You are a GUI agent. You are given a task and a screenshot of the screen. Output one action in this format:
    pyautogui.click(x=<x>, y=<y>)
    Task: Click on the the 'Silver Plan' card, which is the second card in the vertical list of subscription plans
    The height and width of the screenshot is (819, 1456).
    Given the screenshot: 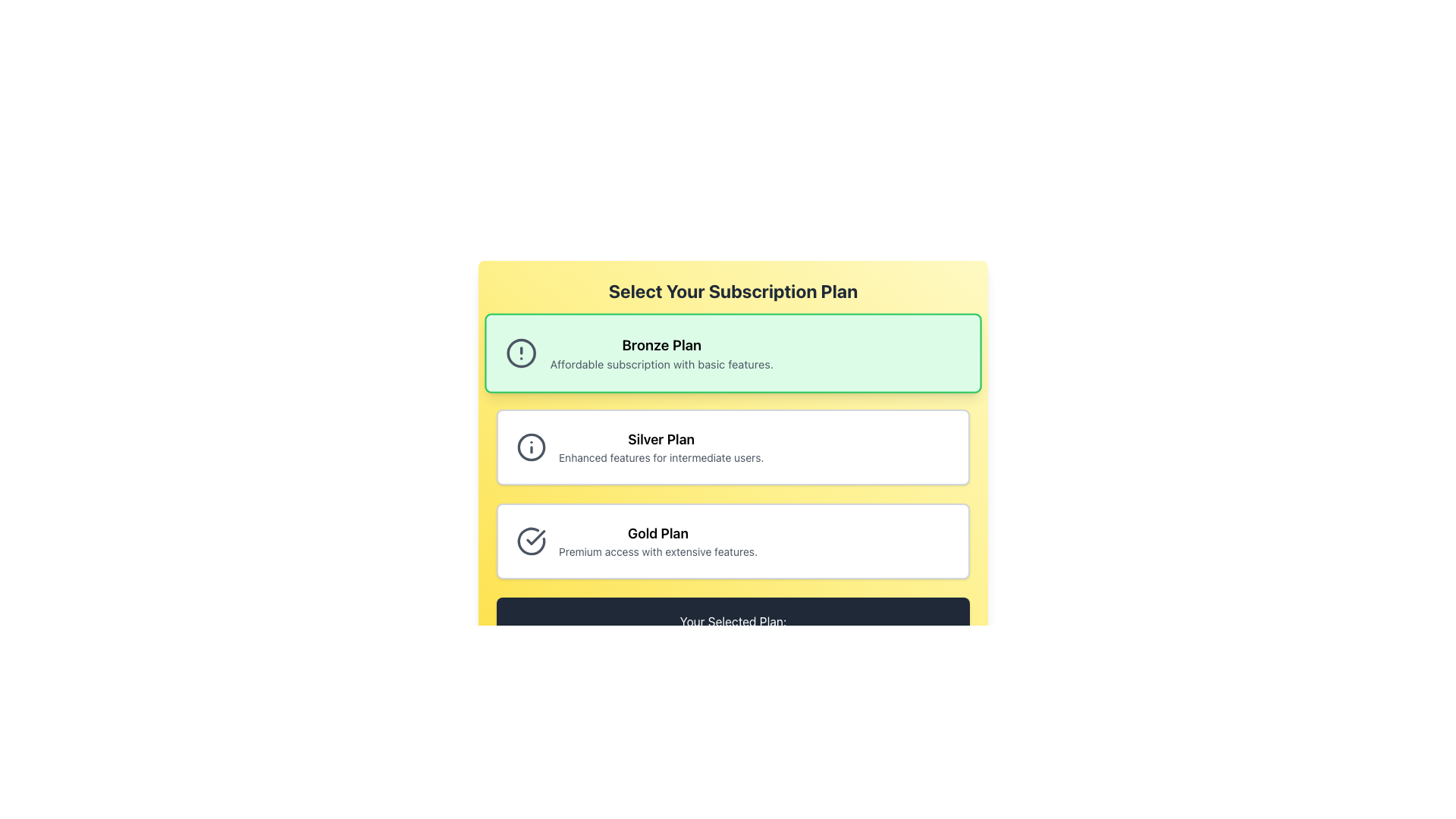 What is the action you would take?
    pyautogui.click(x=733, y=447)
    